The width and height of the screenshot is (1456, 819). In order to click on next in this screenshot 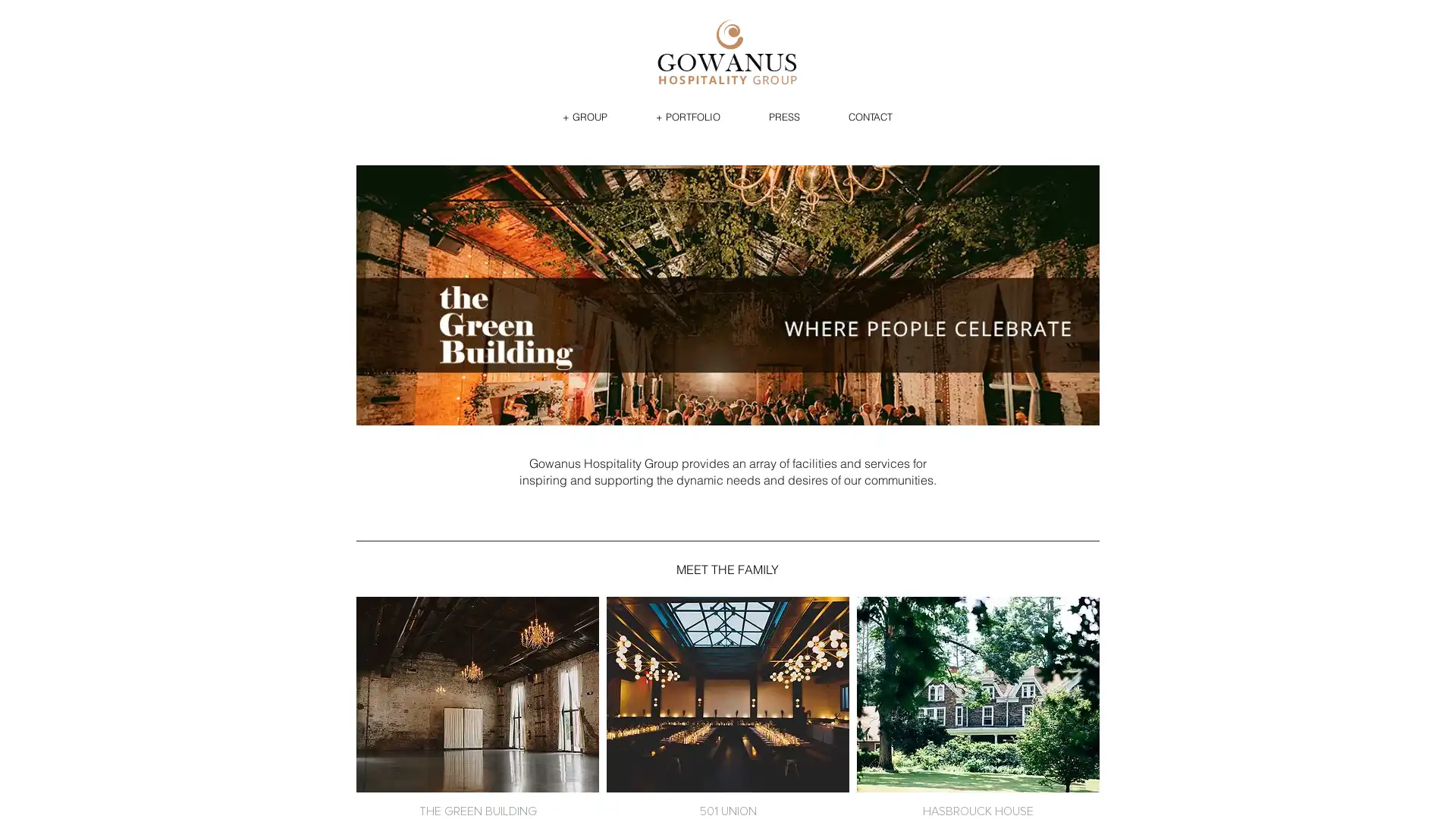, I will do `click(1066, 295)`.